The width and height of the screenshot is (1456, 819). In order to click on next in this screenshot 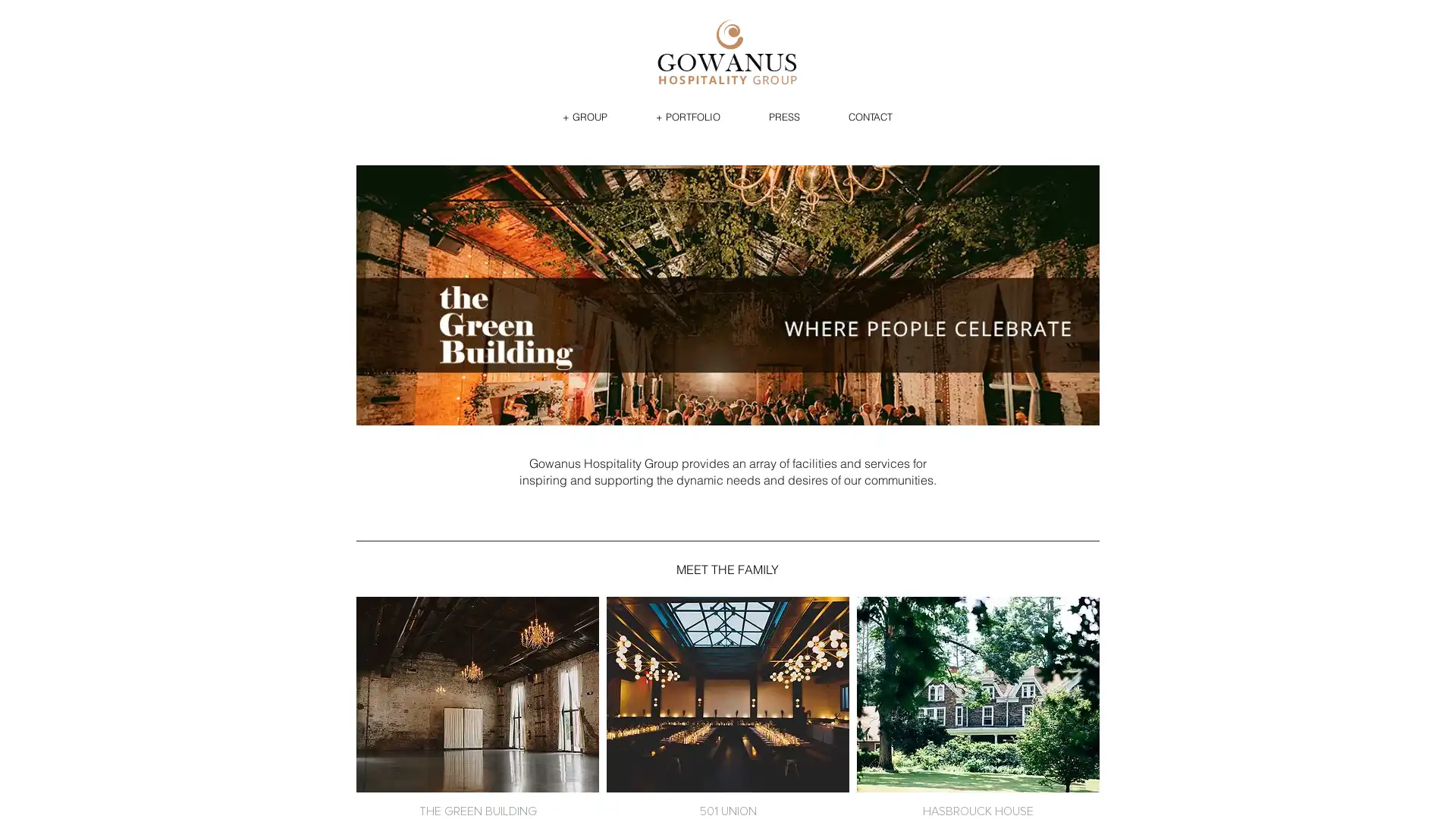, I will do `click(1066, 295)`.